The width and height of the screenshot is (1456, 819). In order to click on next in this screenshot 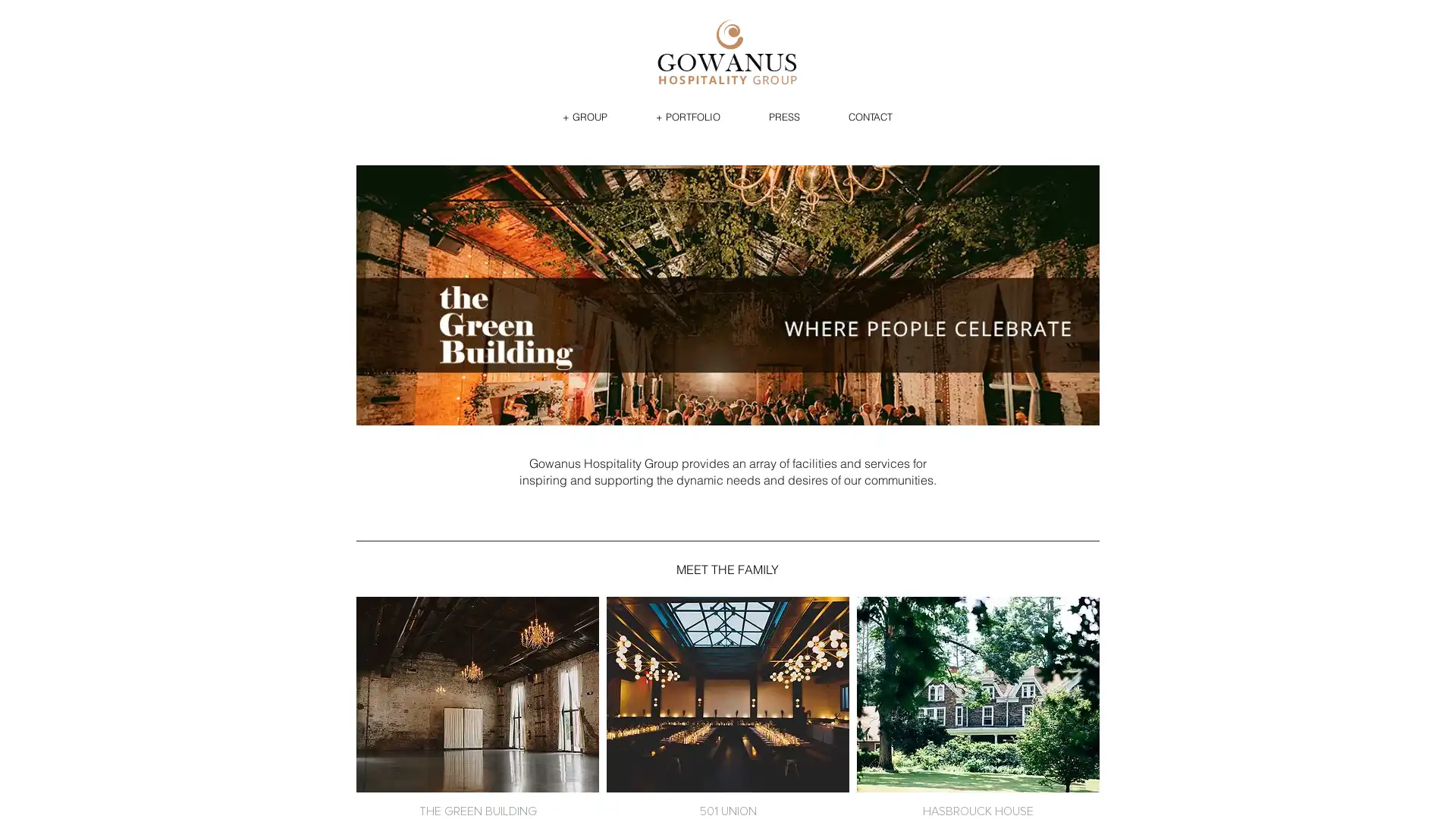, I will do `click(1066, 295)`.